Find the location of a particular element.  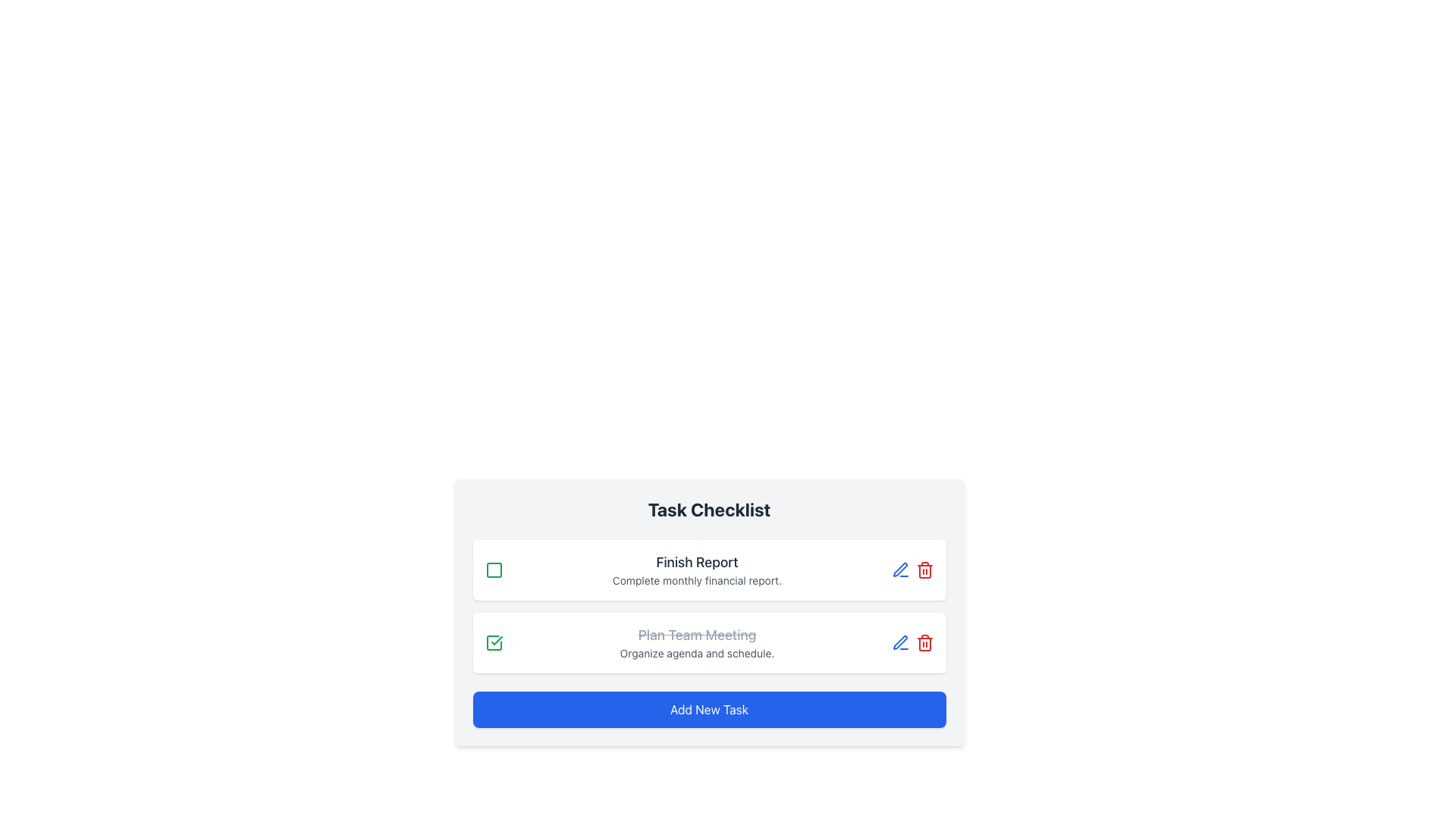

the interactive pen icon to initiate editing for the 'Plan Team Meeting' task is located at coordinates (900, 570).